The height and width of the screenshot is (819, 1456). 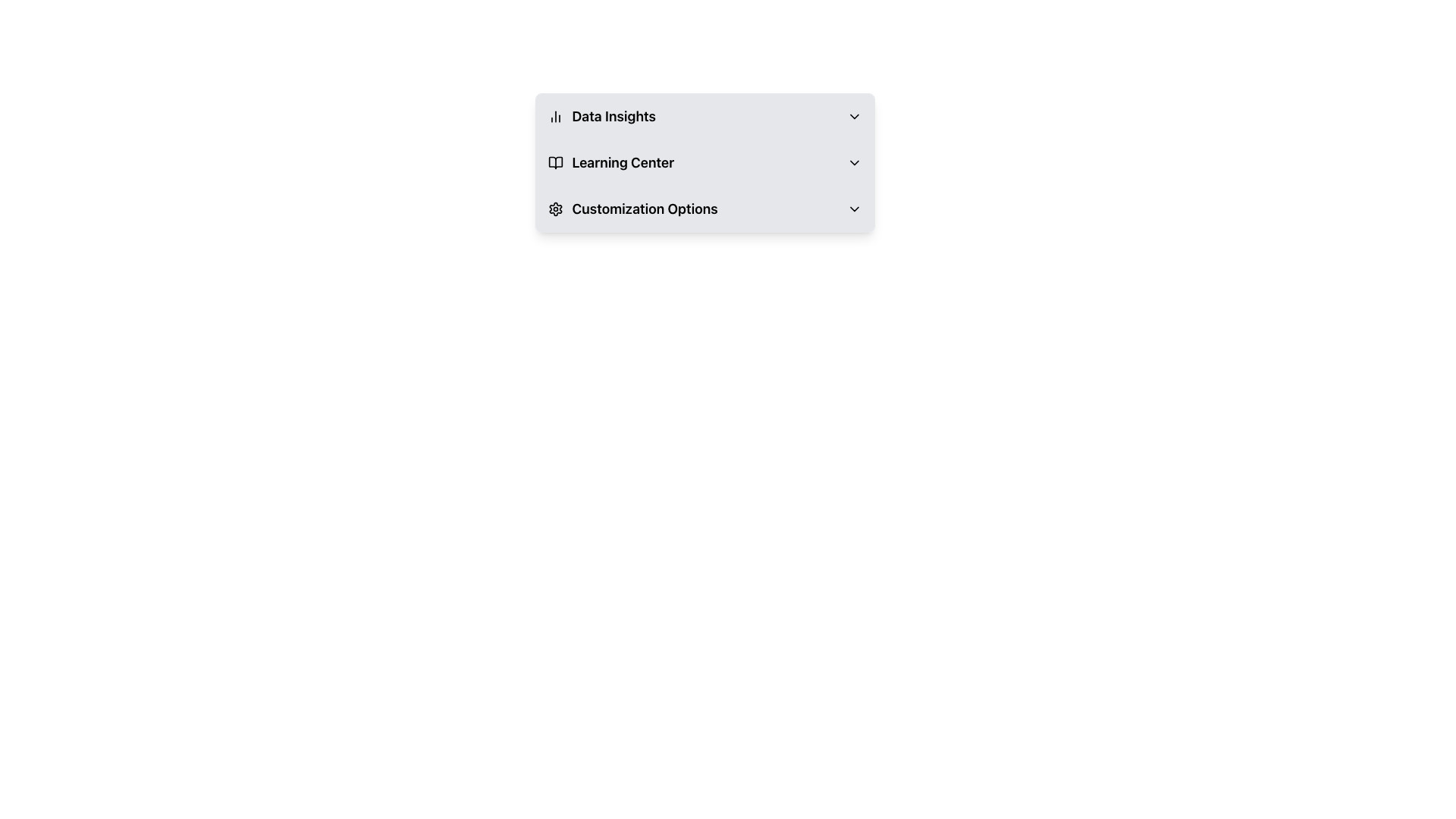 What do you see at coordinates (704, 163) in the screenshot?
I see `the second entry in the vertical list of menu items` at bounding box center [704, 163].